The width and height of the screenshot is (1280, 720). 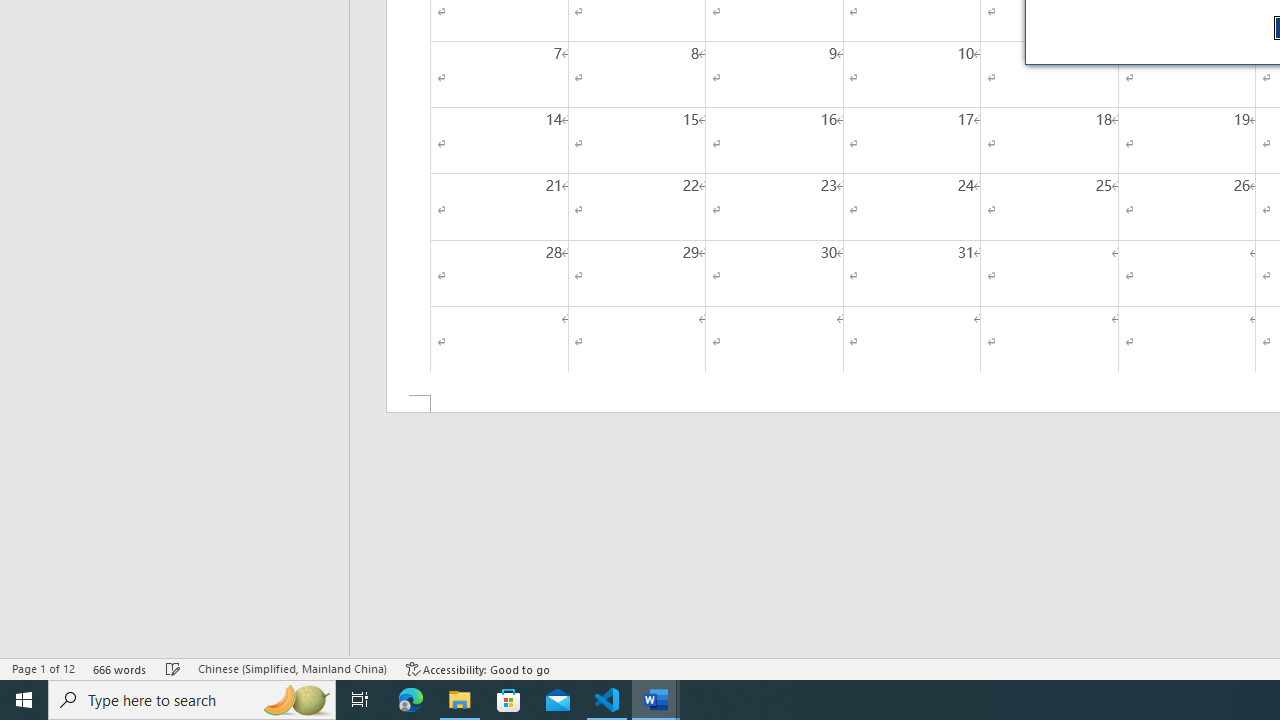 What do you see at coordinates (43, 669) in the screenshot?
I see `'Page Number Page 1 of 12'` at bounding box center [43, 669].